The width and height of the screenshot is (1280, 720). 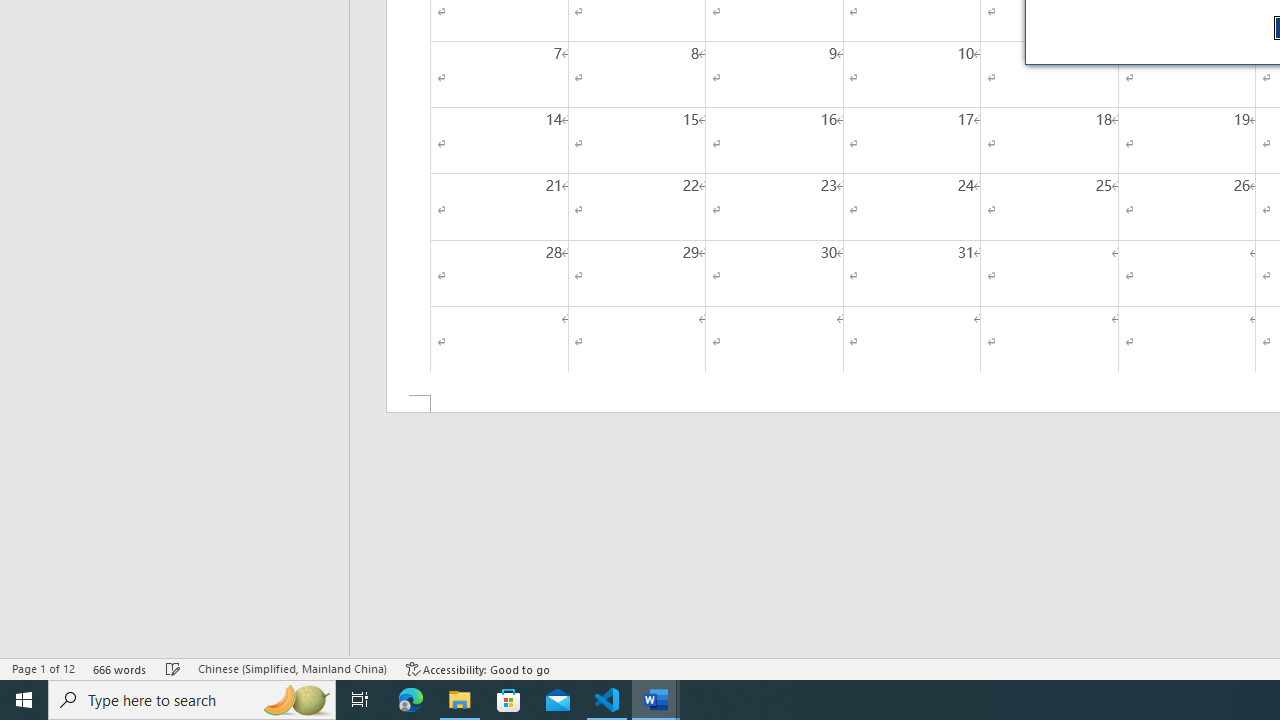 What do you see at coordinates (43, 669) in the screenshot?
I see `'Page Number Page 1 of 12'` at bounding box center [43, 669].